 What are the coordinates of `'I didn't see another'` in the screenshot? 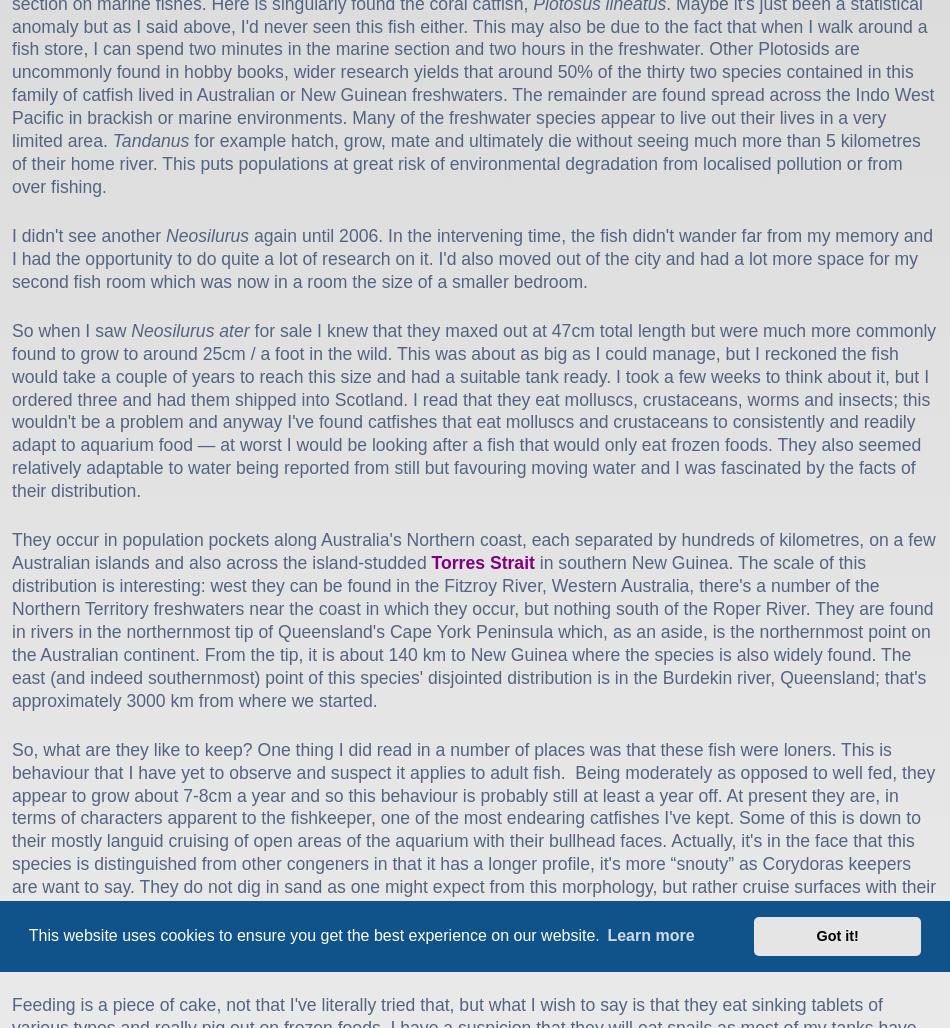 It's located at (11, 234).